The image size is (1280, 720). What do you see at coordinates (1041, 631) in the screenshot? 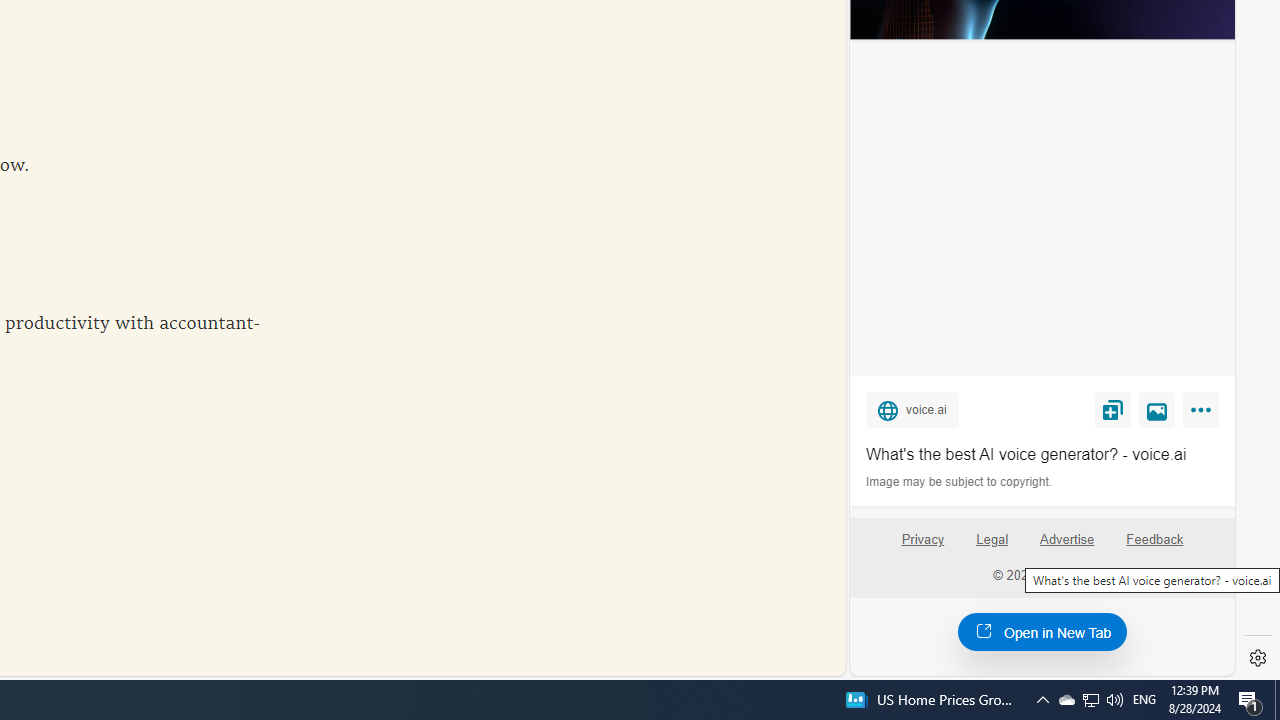
I see `'Open in New Tab'` at bounding box center [1041, 631].